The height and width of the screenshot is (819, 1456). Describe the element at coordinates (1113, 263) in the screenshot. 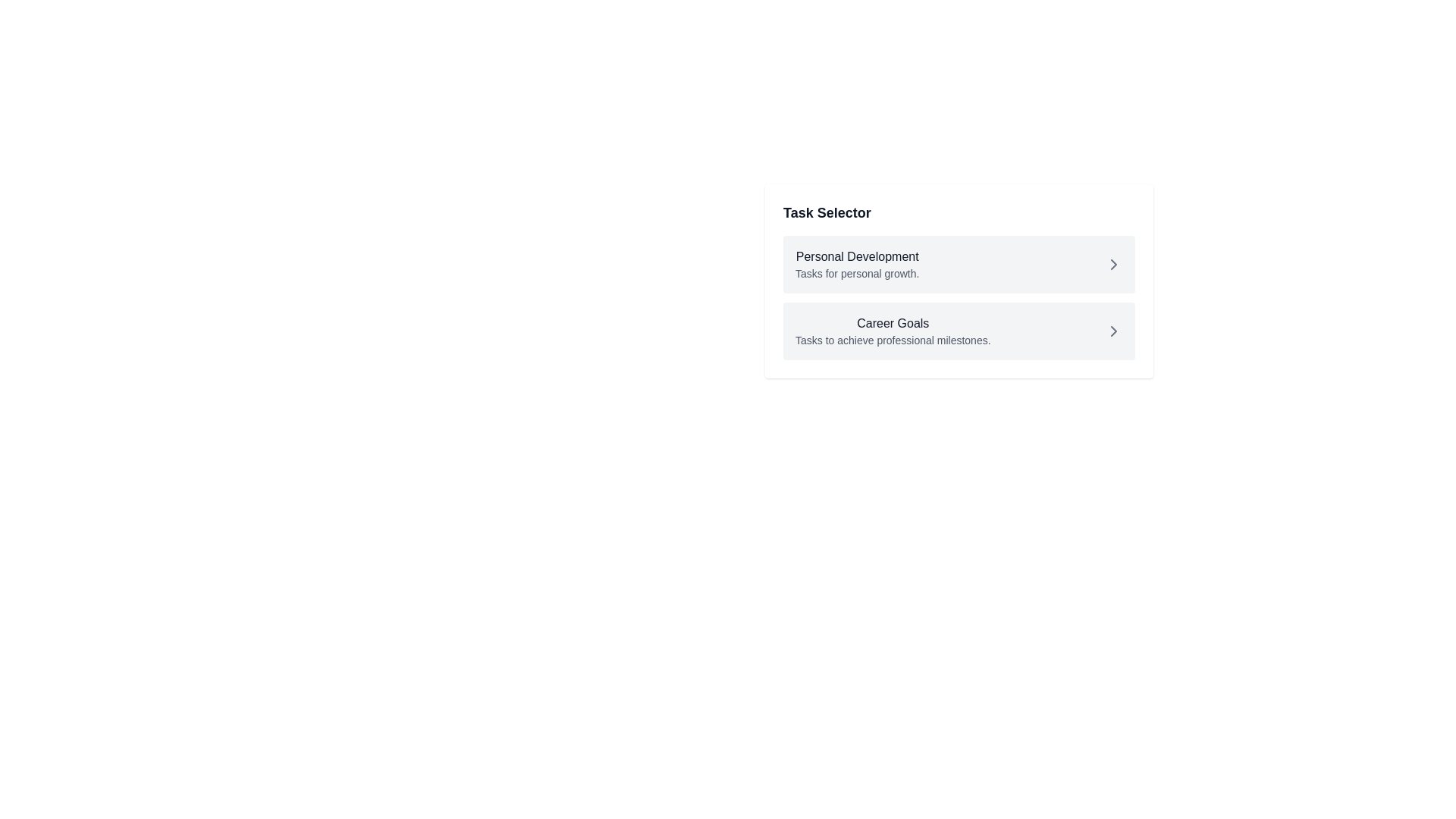

I see `the navigation icon located at the far-right end of the 'Personal Development' list item in the 'Task Selector' menu` at that location.